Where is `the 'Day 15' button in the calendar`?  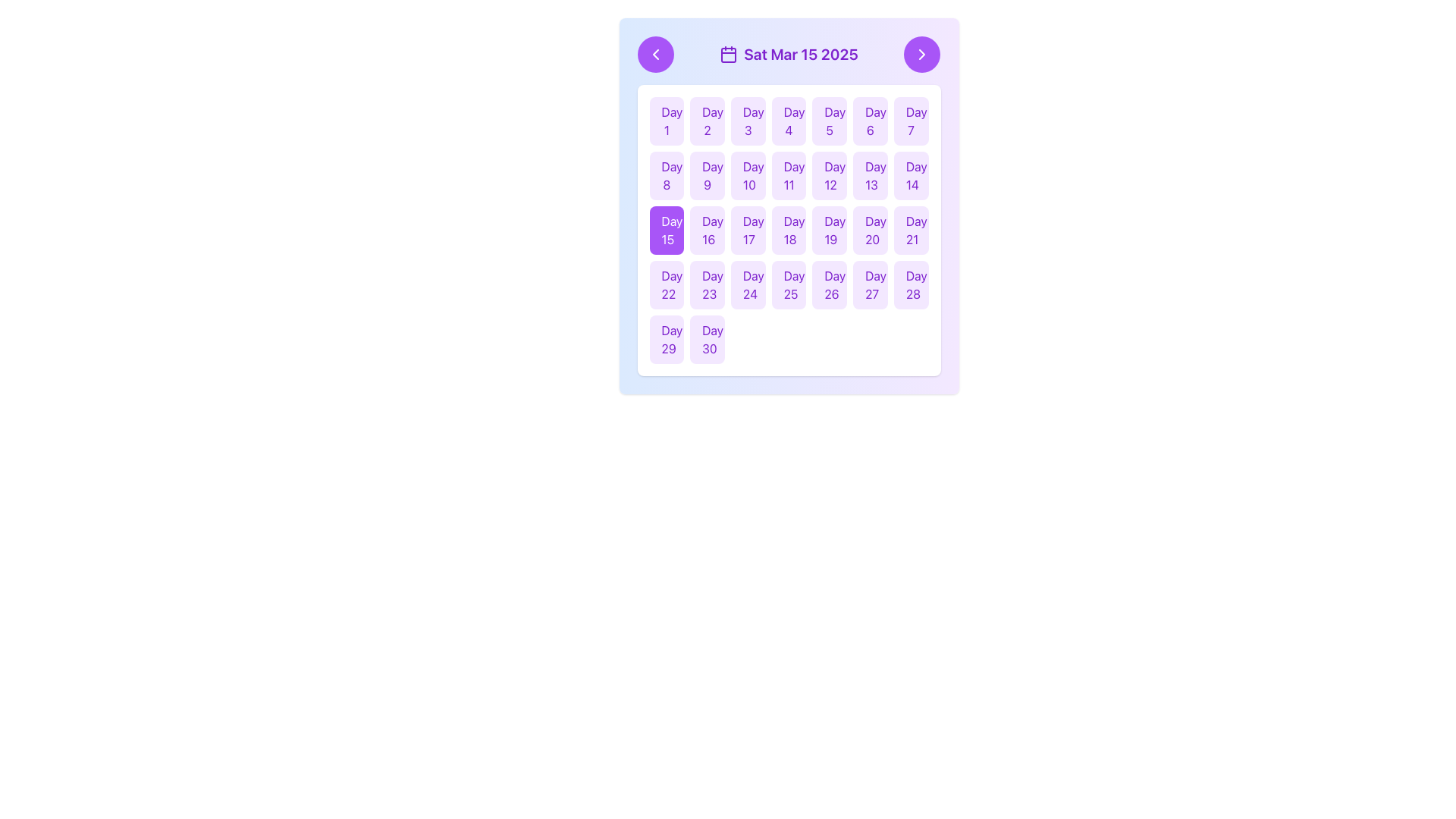 the 'Day 15' button in the calendar is located at coordinates (667, 231).